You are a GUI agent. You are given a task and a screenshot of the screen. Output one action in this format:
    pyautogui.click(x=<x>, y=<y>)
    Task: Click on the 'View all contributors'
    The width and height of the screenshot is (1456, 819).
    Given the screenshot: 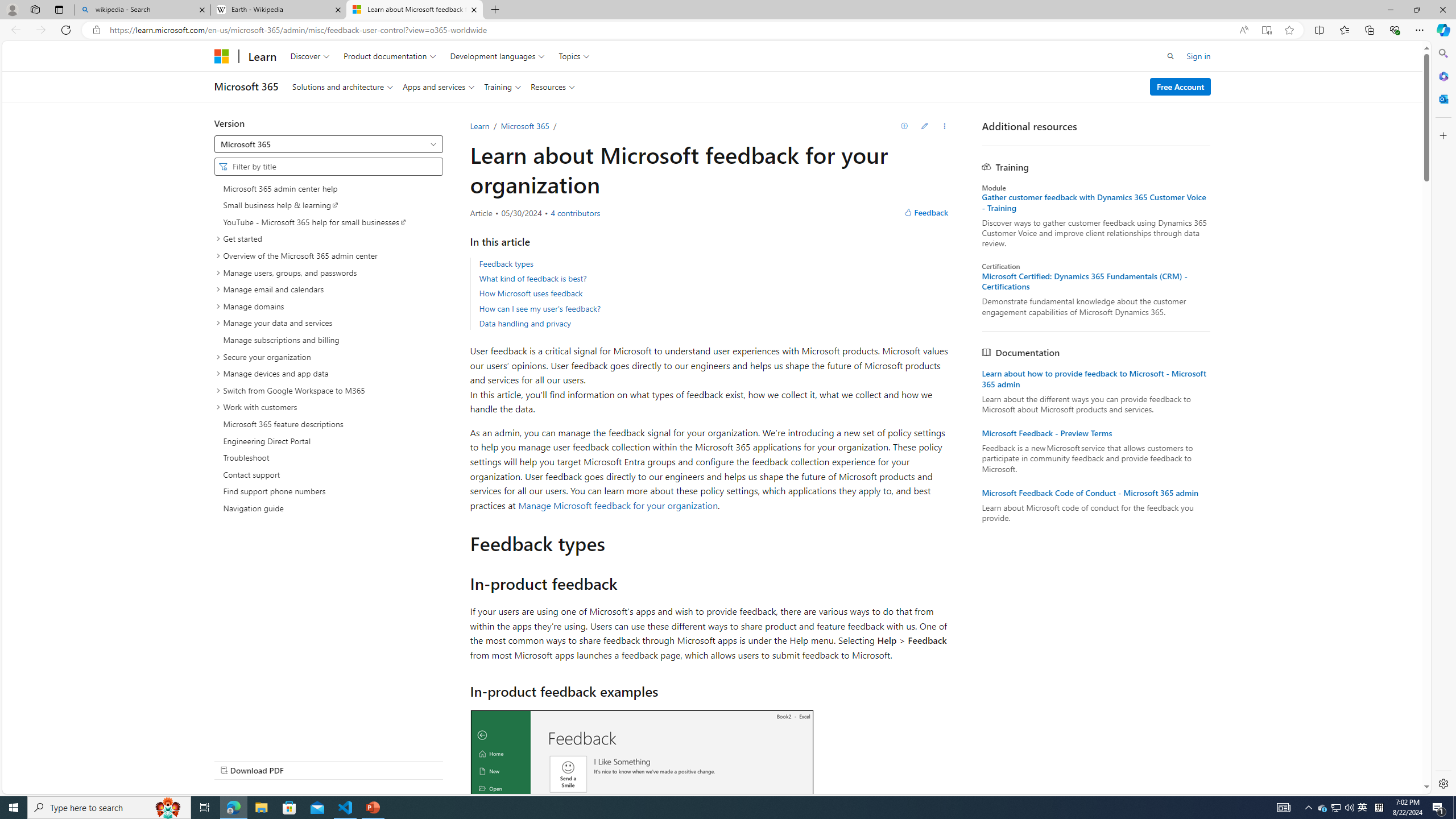 What is the action you would take?
    pyautogui.click(x=574, y=213)
    